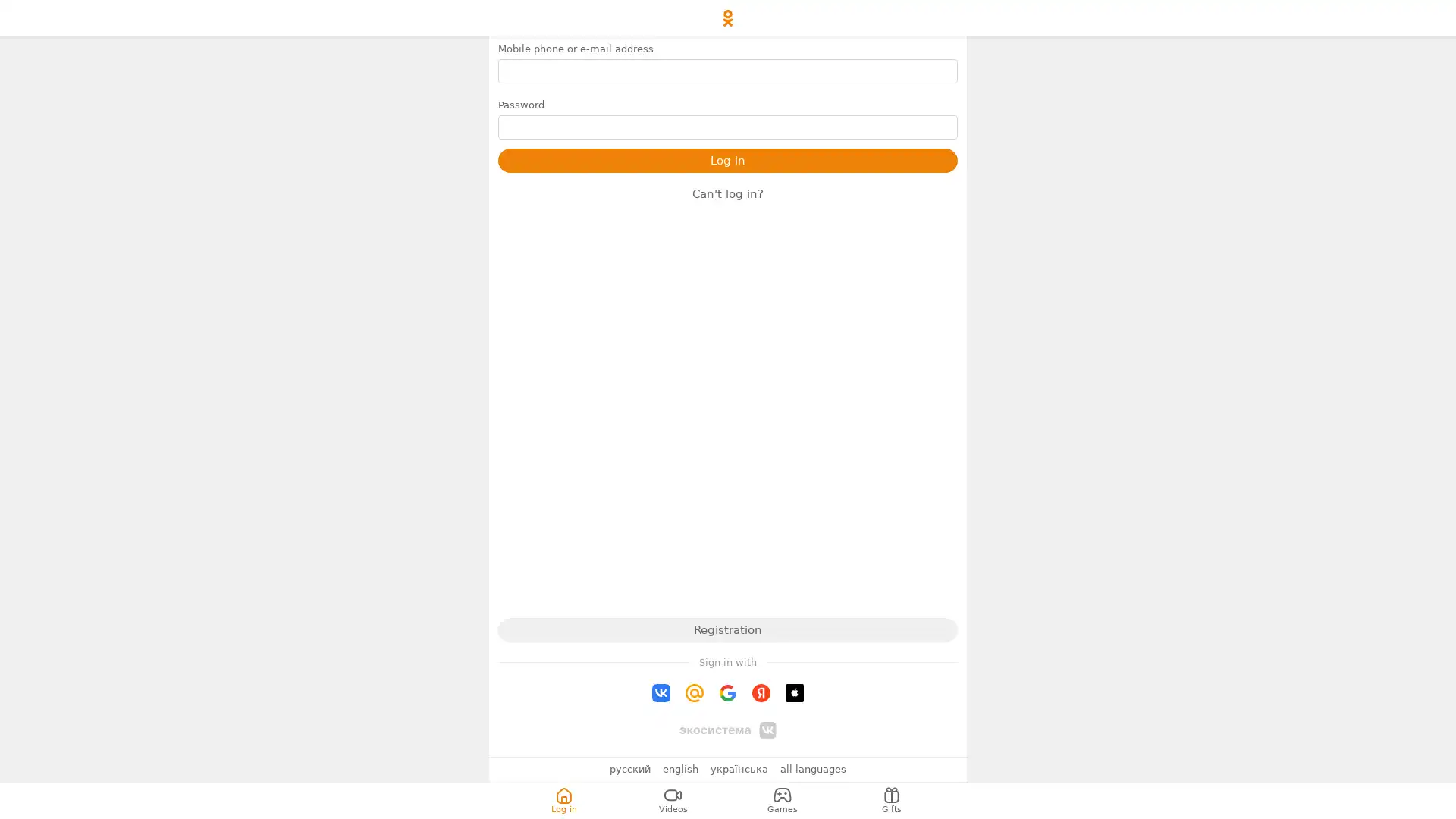 The height and width of the screenshot is (819, 1456). Describe the element at coordinates (728, 161) in the screenshot. I see `Log in` at that location.